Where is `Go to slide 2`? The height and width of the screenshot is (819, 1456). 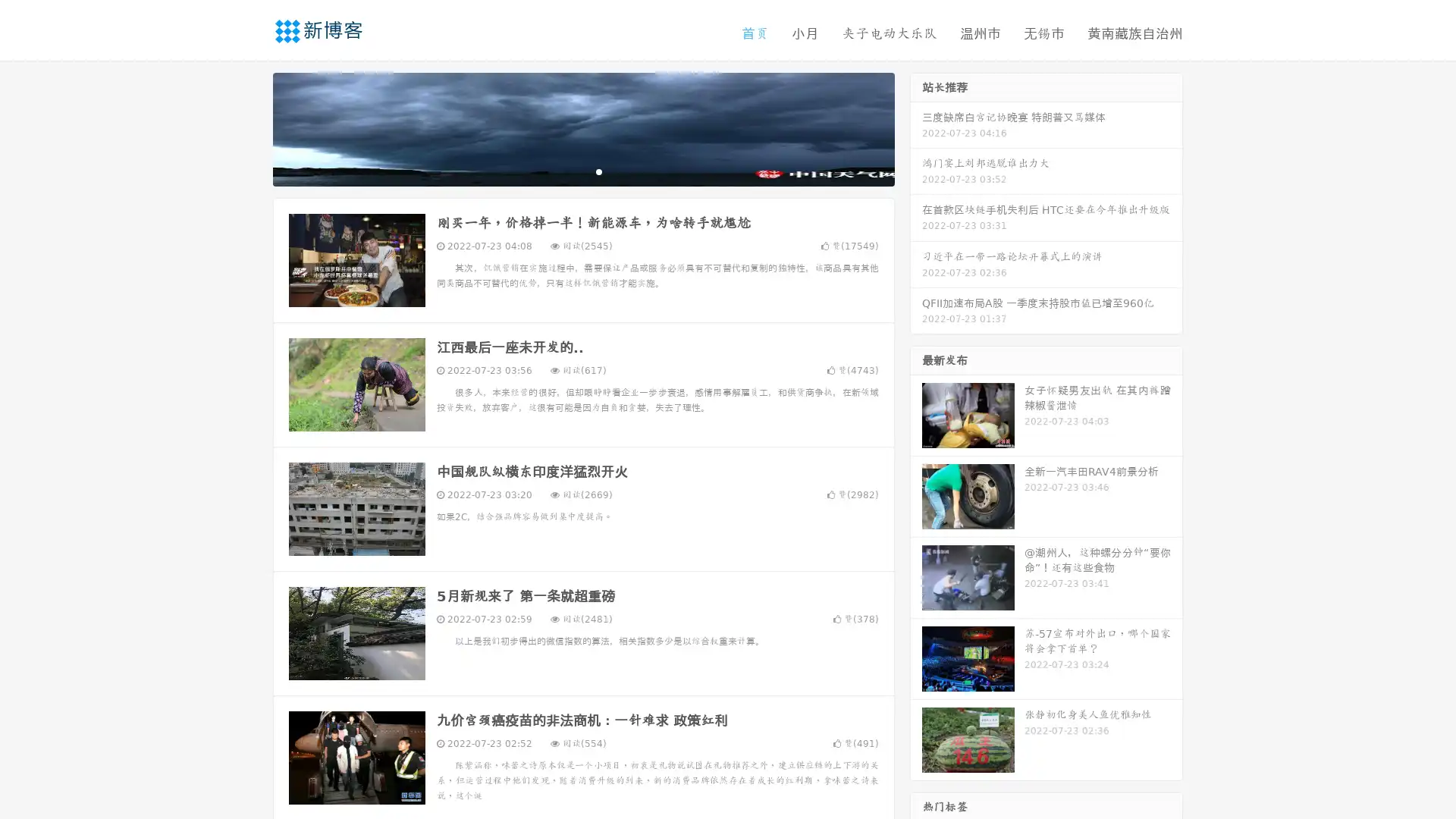 Go to slide 2 is located at coordinates (582, 171).